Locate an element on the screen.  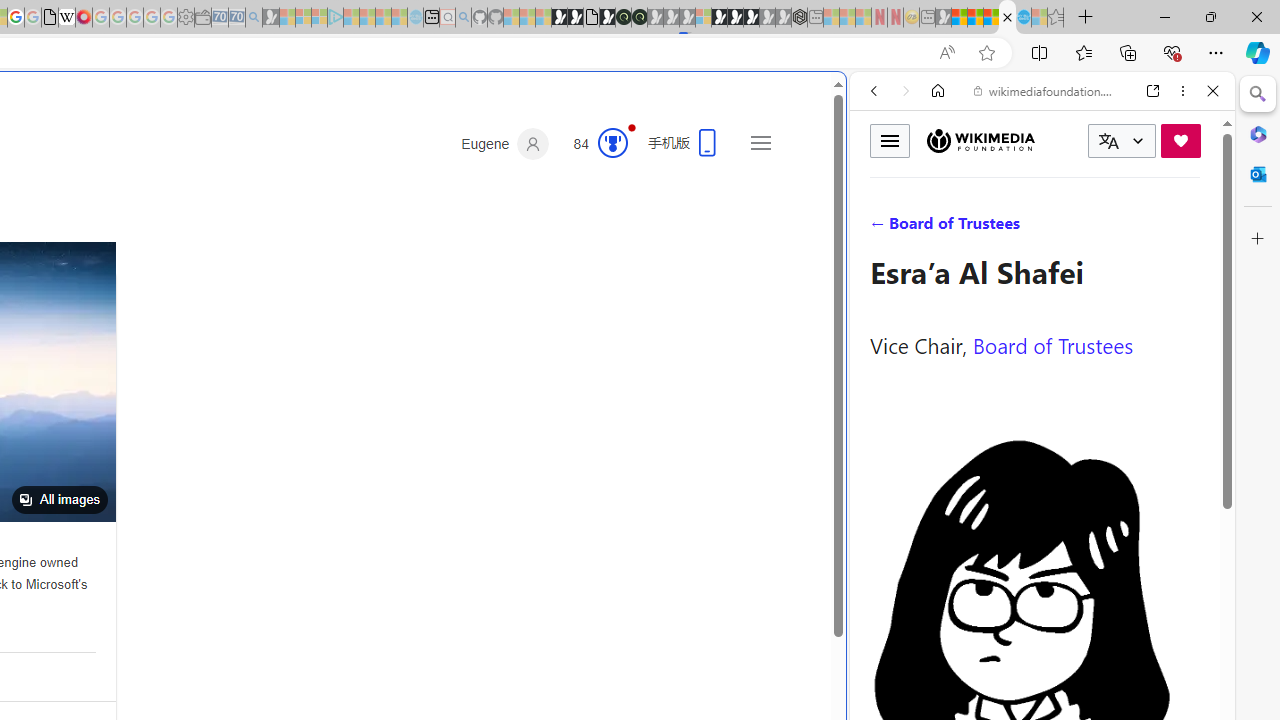
'All images' is located at coordinates (59, 499).